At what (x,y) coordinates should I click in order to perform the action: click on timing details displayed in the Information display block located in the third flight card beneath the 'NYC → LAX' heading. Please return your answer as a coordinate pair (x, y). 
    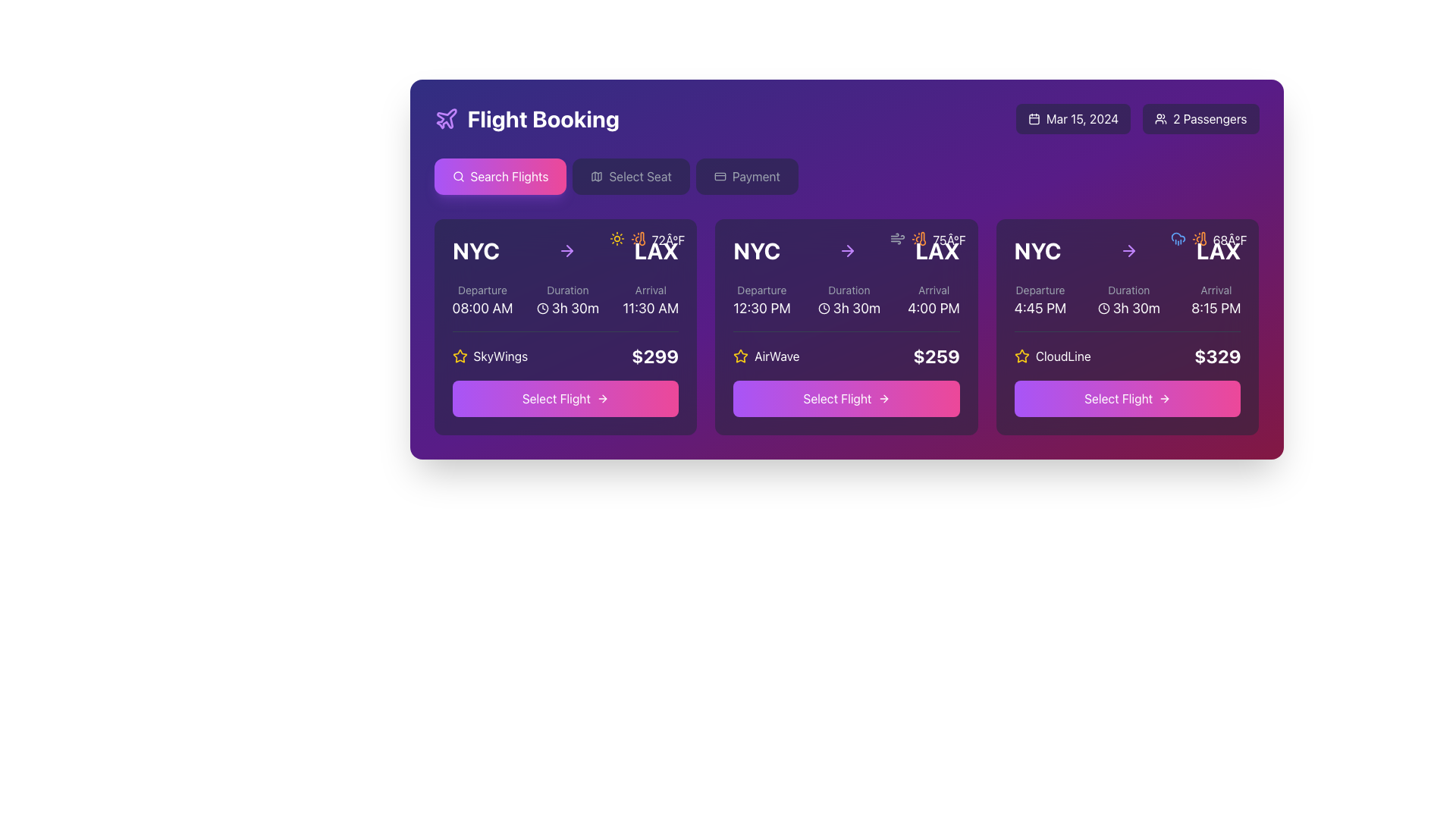
    Looking at the image, I should click on (1128, 301).